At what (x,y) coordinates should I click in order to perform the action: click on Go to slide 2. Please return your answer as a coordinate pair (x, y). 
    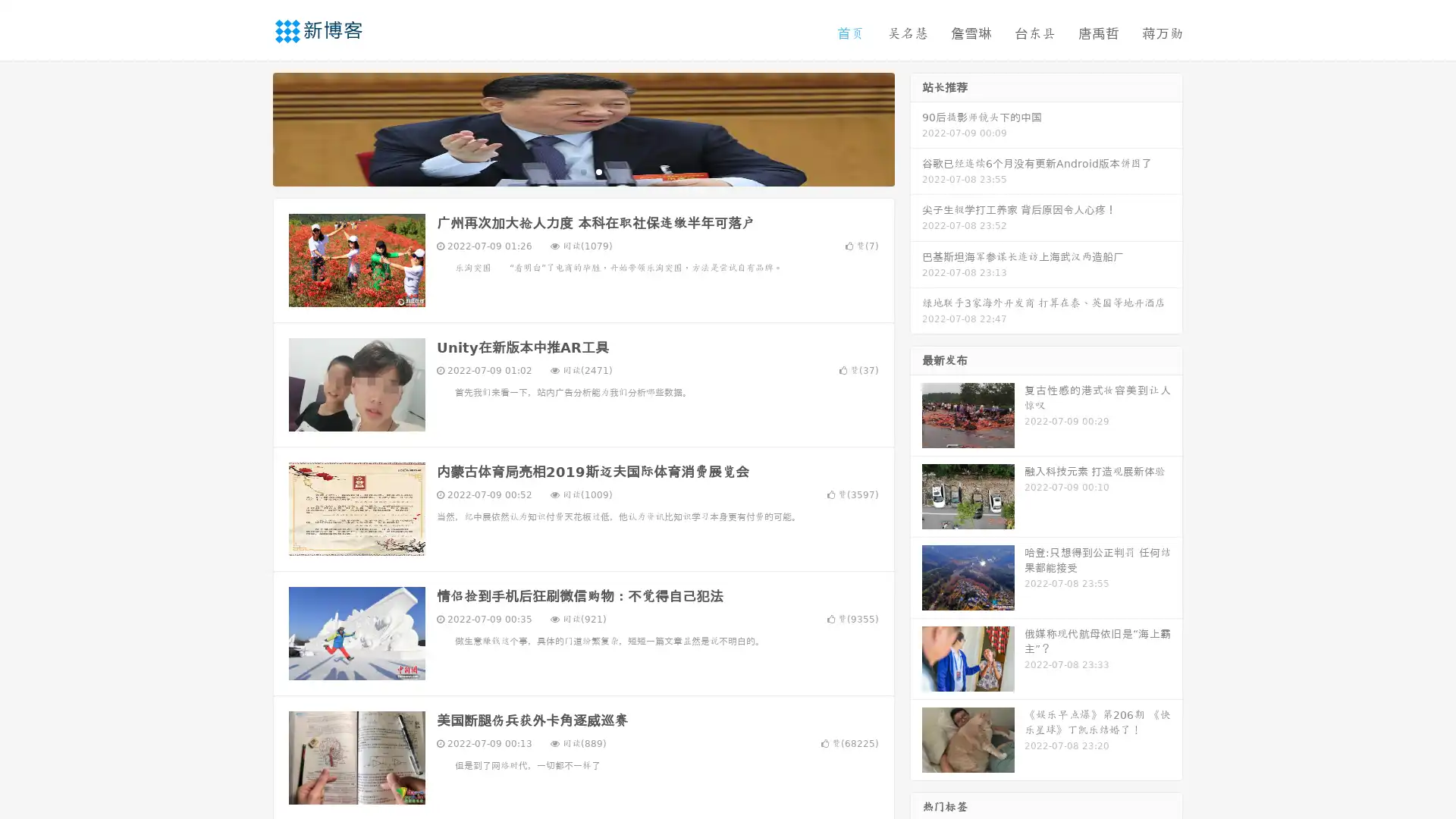
    Looking at the image, I should click on (582, 171).